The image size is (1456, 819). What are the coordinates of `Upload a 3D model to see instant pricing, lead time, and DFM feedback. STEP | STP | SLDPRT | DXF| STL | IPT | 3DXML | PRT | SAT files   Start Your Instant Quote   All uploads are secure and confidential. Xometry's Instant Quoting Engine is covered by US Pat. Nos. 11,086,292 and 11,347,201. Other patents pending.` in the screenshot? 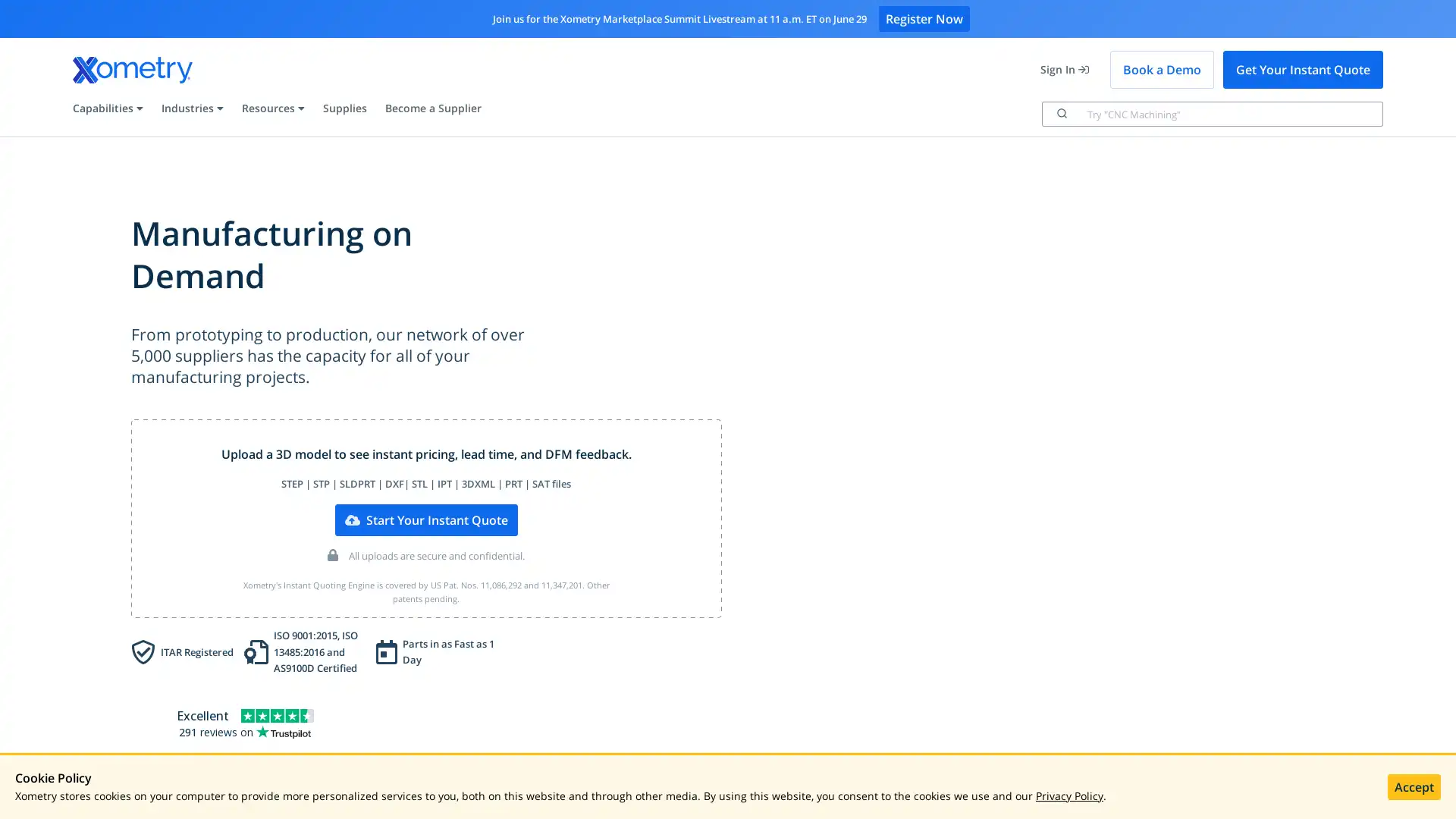 It's located at (425, 517).